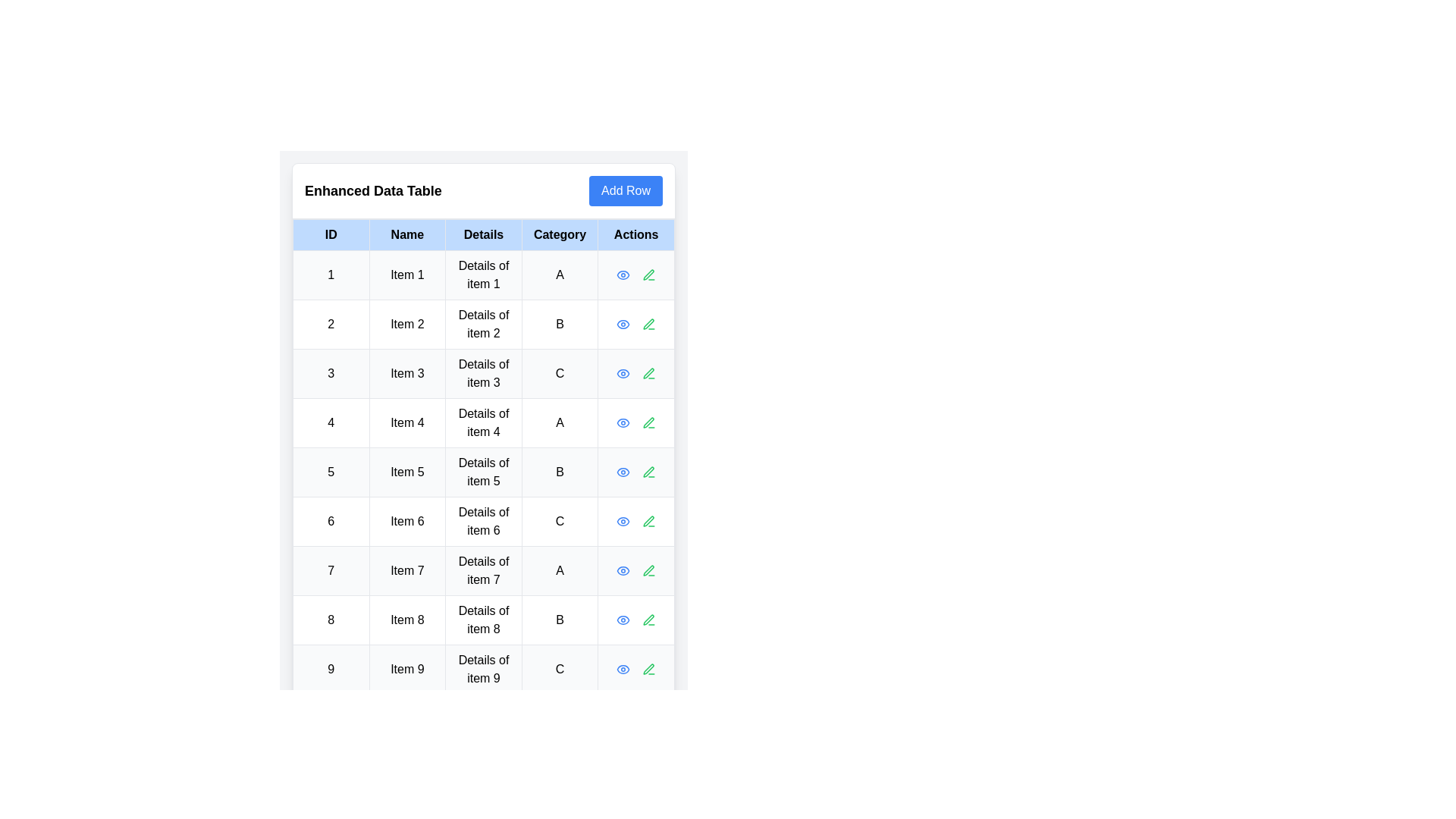  I want to click on the table cell displaying the ID value '8' to focus on it, so click(330, 620).